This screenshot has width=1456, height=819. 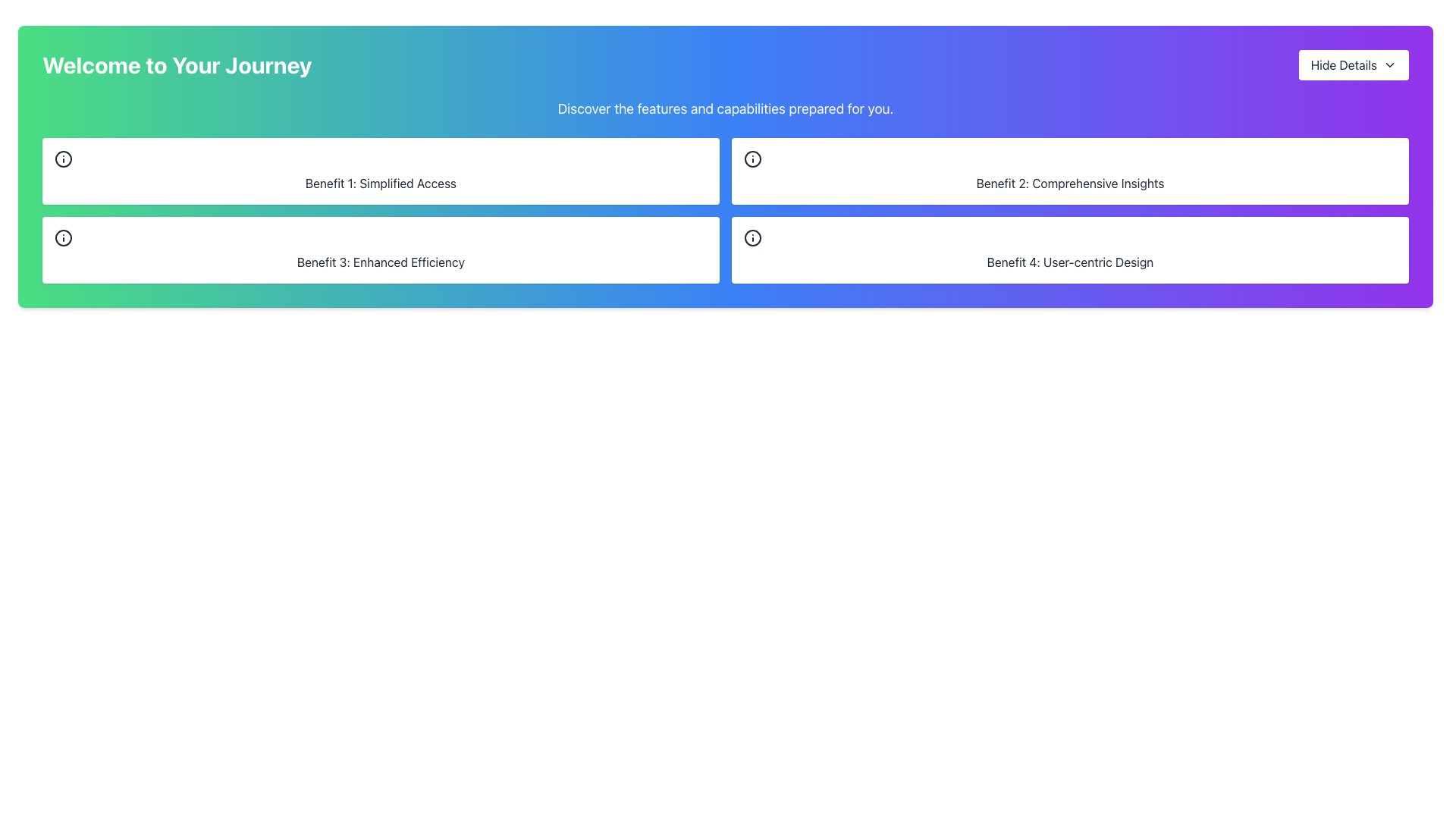 What do you see at coordinates (177, 64) in the screenshot?
I see `the header text element that displays 'Welcome to Your Journey' in bold, large font with a gradient background transitioning from green to blue` at bounding box center [177, 64].